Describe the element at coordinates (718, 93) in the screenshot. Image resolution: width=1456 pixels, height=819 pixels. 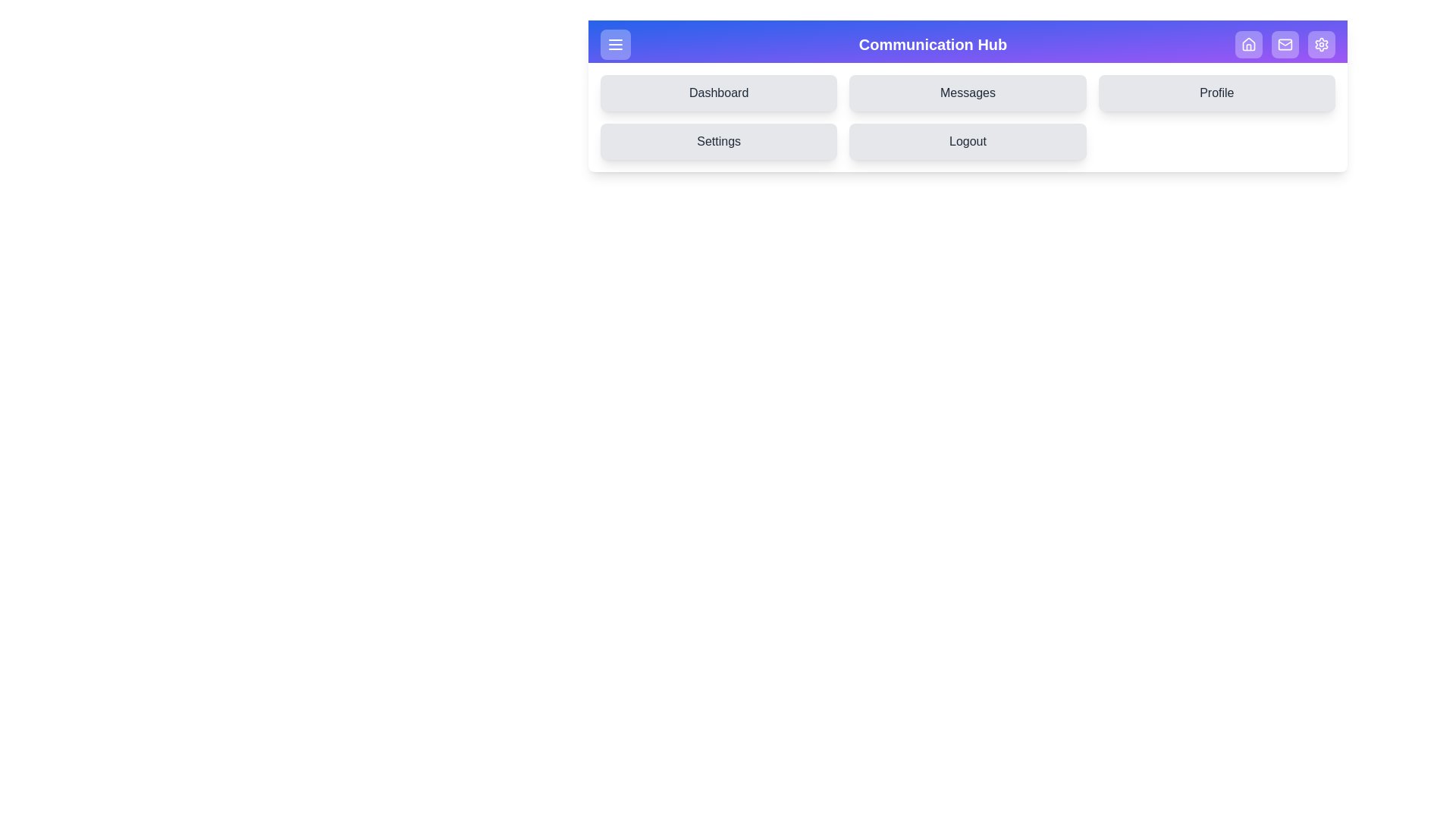
I see `the 'Dashboard' button to open the Dashboard section` at that location.